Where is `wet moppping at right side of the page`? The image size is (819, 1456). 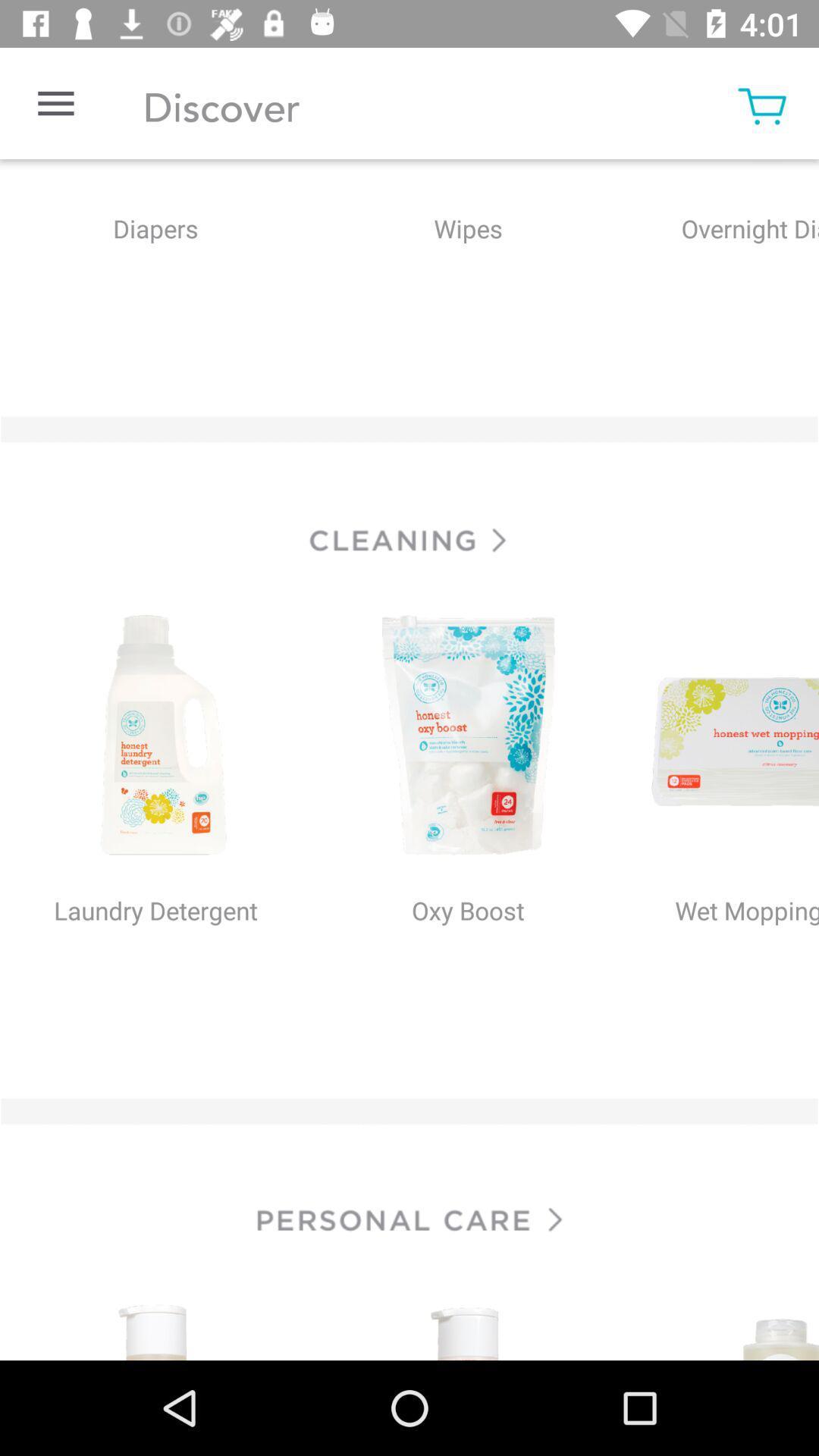 wet moppping at right side of the page is located at coordinates (726, 942).